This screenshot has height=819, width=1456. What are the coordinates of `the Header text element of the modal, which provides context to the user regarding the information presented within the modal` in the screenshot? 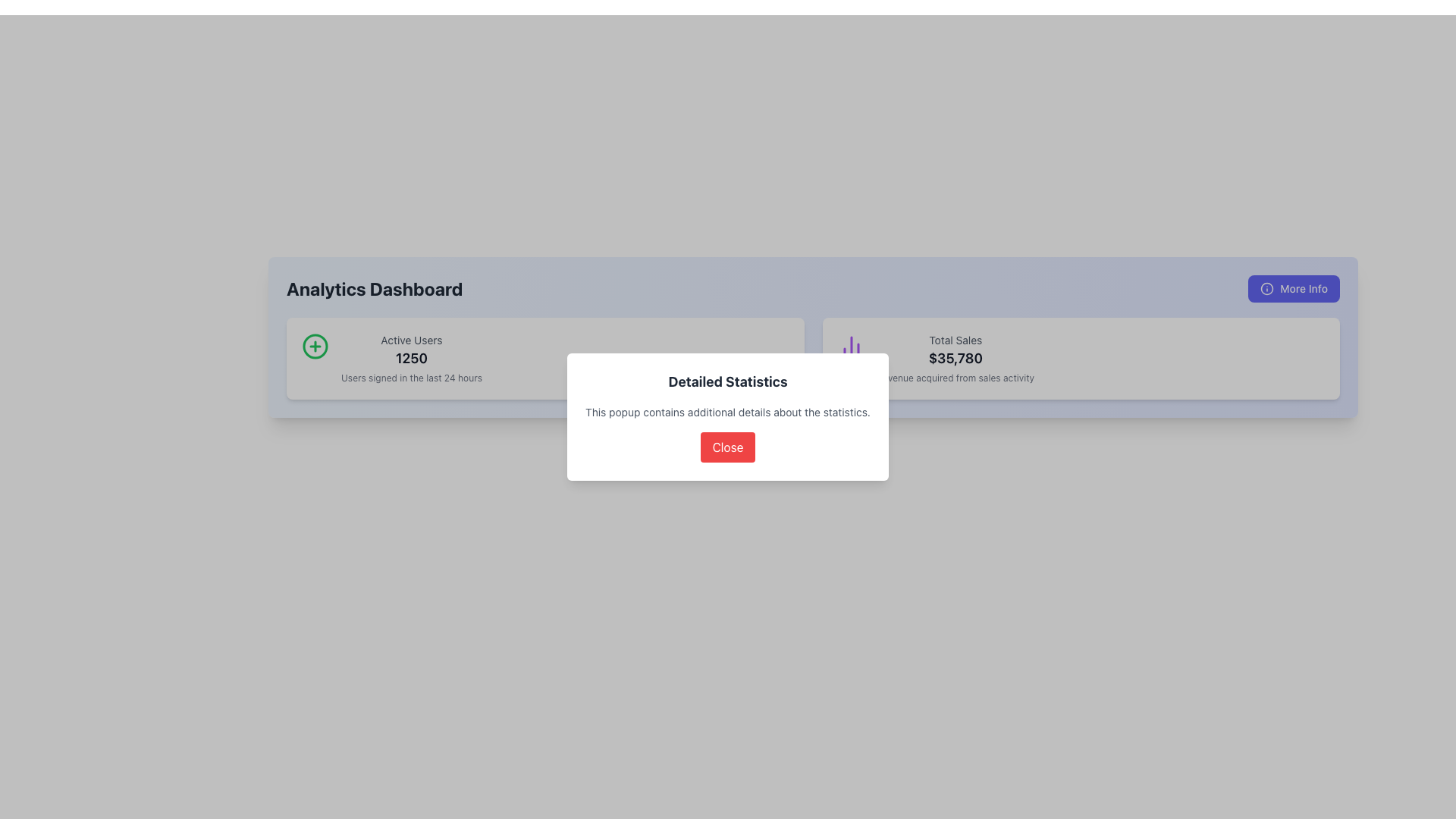 It's located at (728, 381).